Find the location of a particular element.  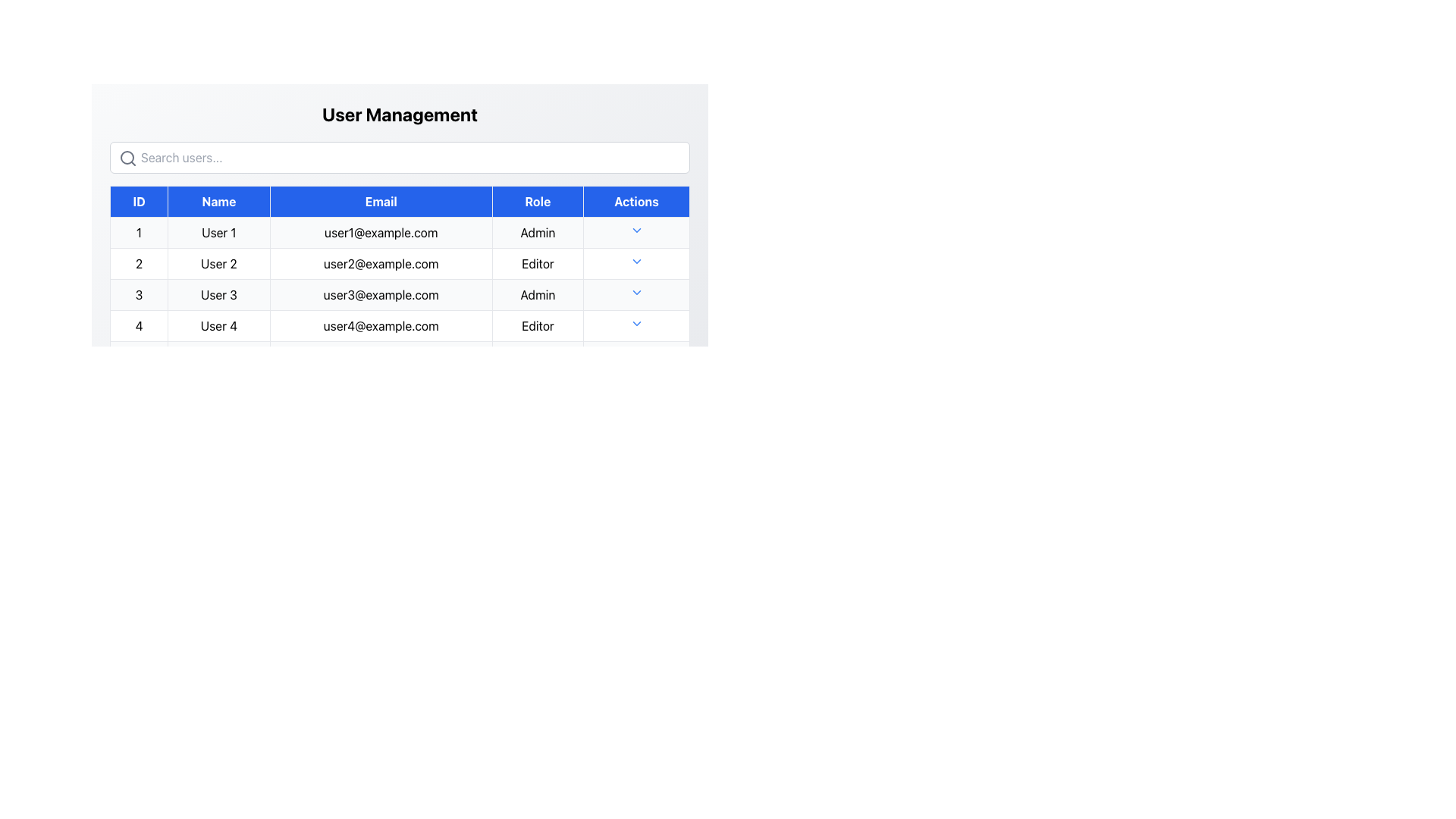

the text displayed in the Table Cell indicating the role of 'User 3', which shows 'Admin' privileges located in the fourth column under the 'Role' header is located at coordinates (538, 295).